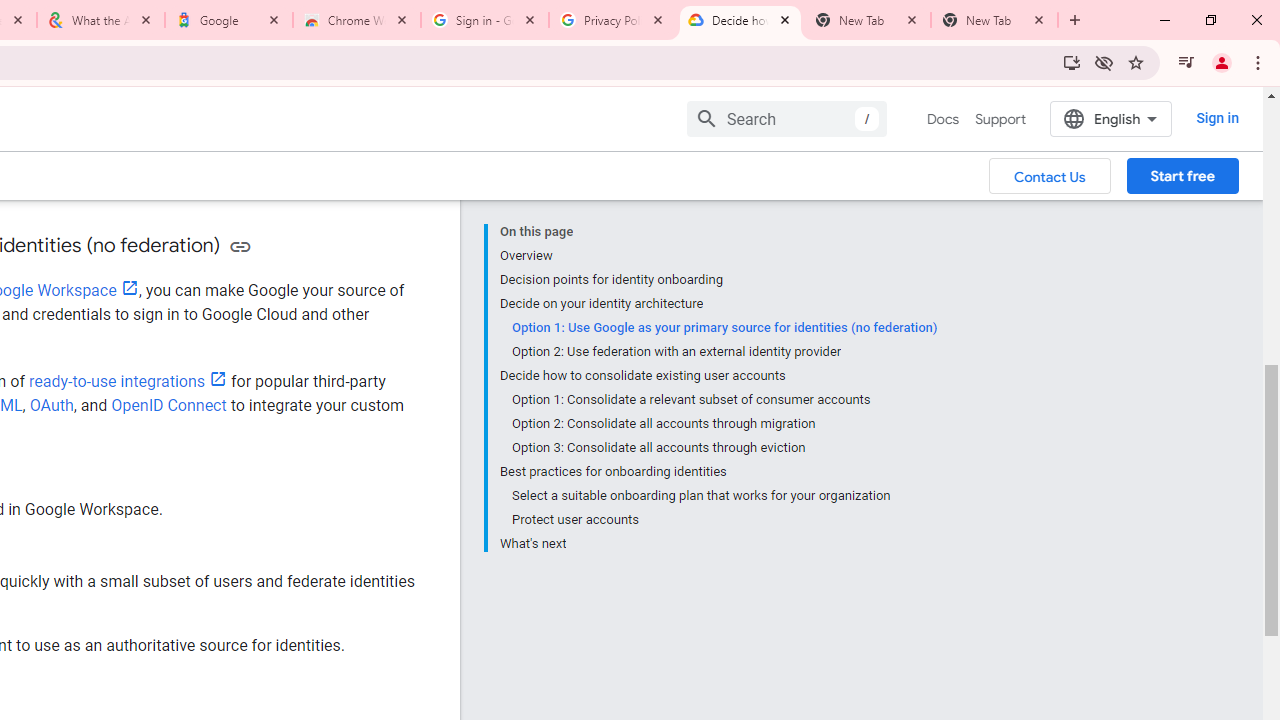 This screenshot has height=720, width=1280. What do you see at coordinates (229, 20) in the screenshot?
I see `'Google'` at bounding box center [229, 20].